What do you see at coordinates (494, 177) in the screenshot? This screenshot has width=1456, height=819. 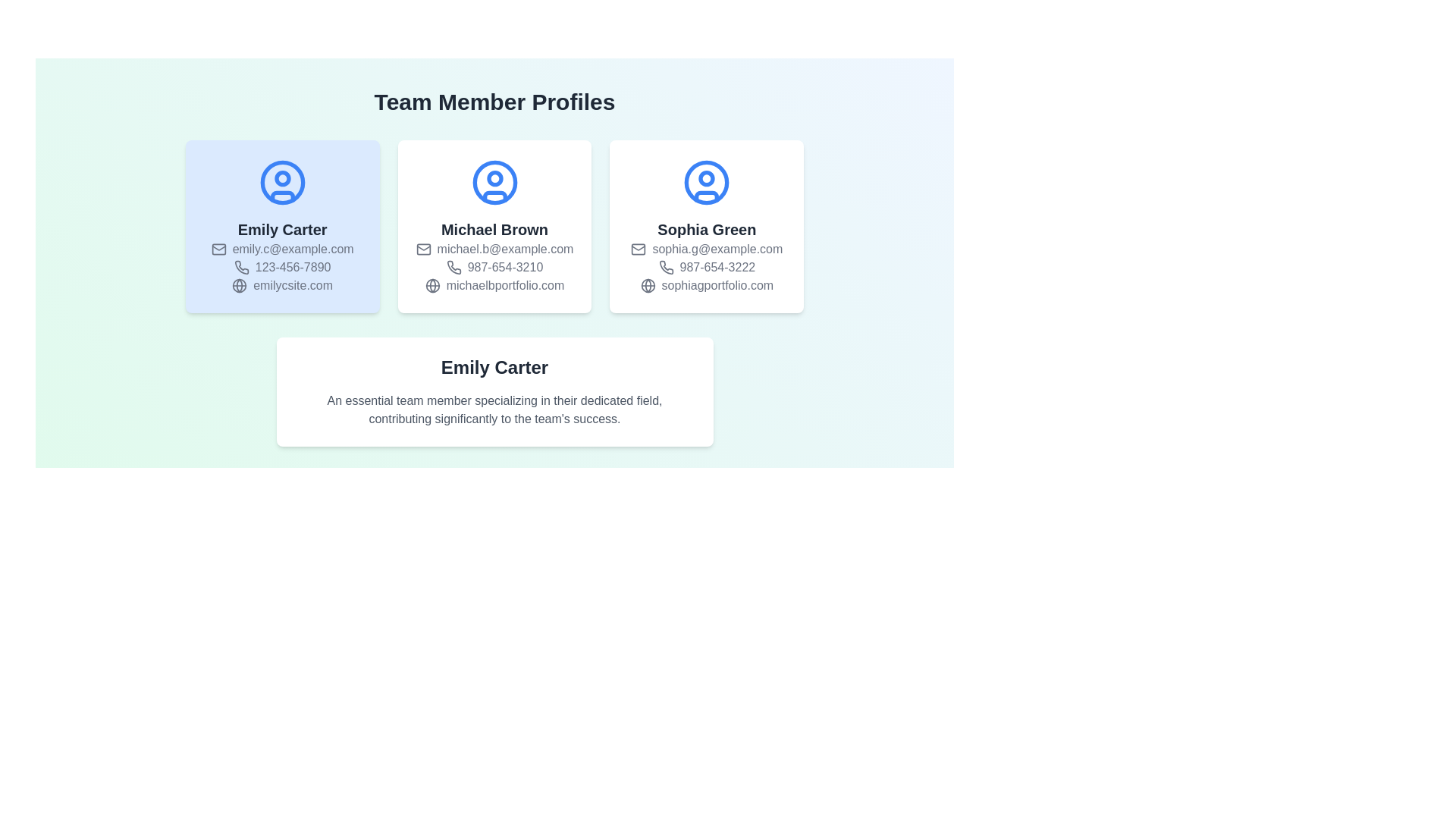 I see `graphic component (circle) of the profile icon located at the top-center of the card labeled 'Michael Brown' for development purposes` at bounding box center [494, 177].